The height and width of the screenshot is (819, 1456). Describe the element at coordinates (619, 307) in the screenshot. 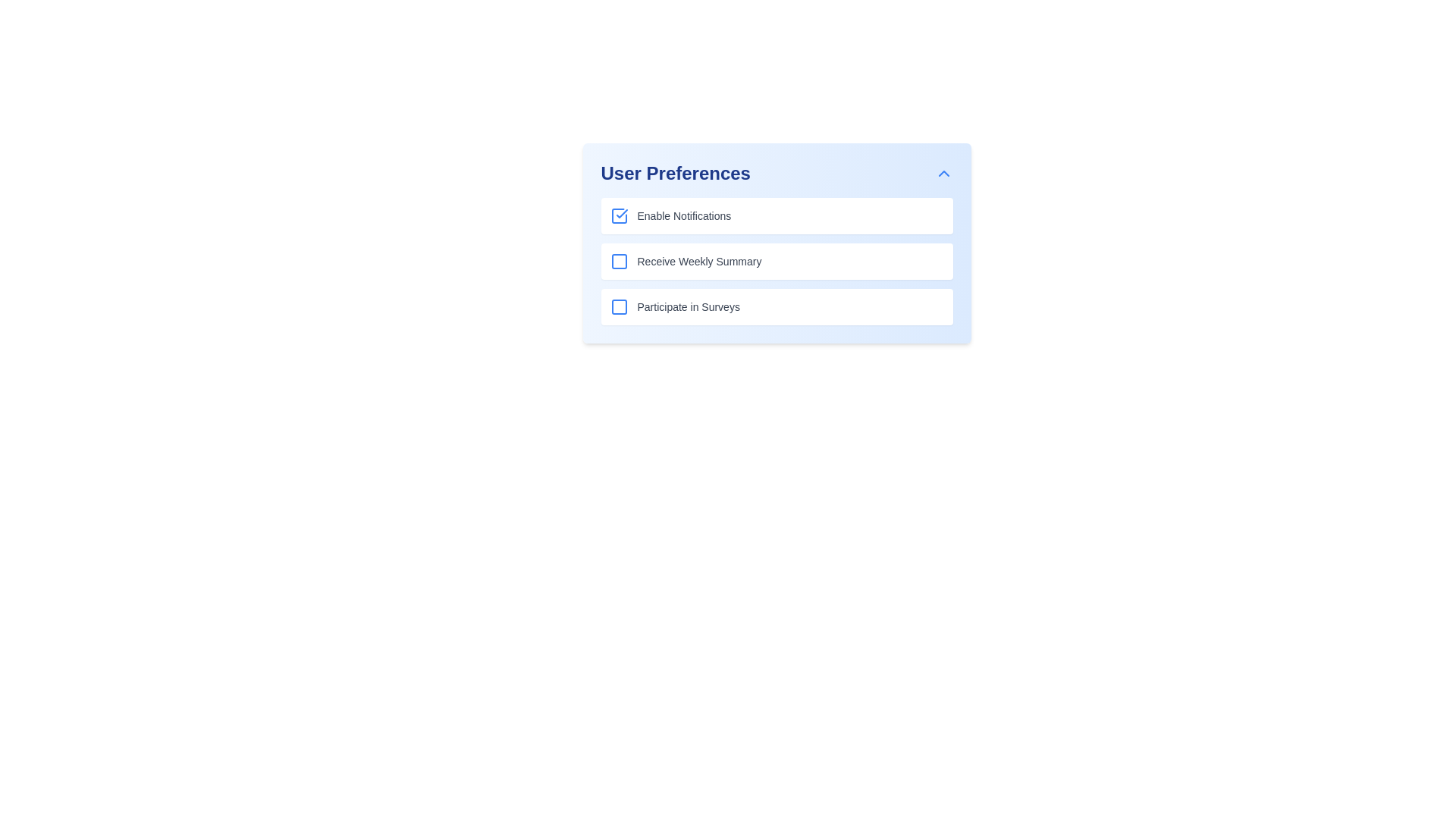

I see `the checkbox for 'Participate in Surveys'` at that location.